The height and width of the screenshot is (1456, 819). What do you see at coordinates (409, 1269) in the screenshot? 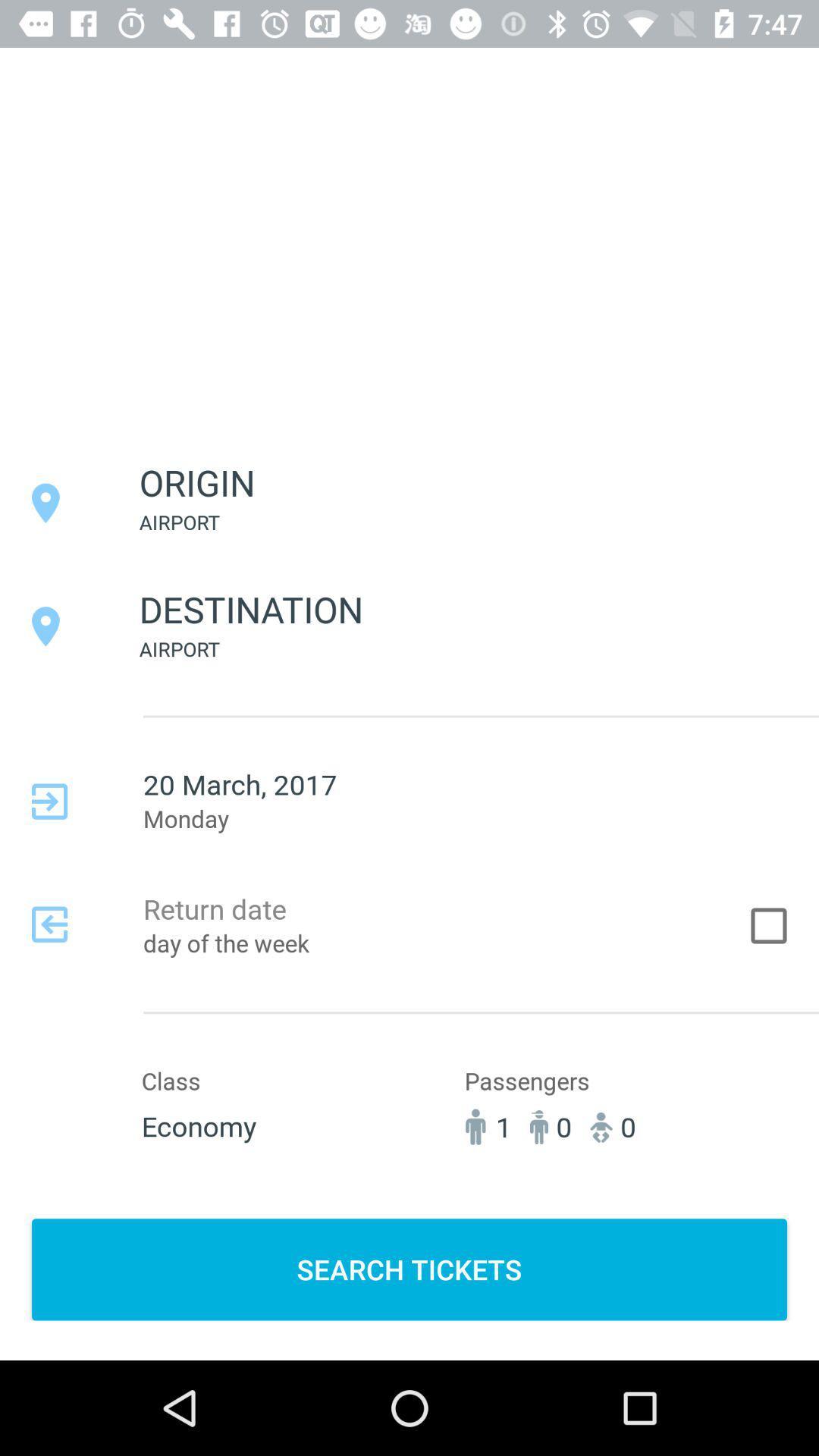
I see `search tickets button` at bounding box center [409, 1269].